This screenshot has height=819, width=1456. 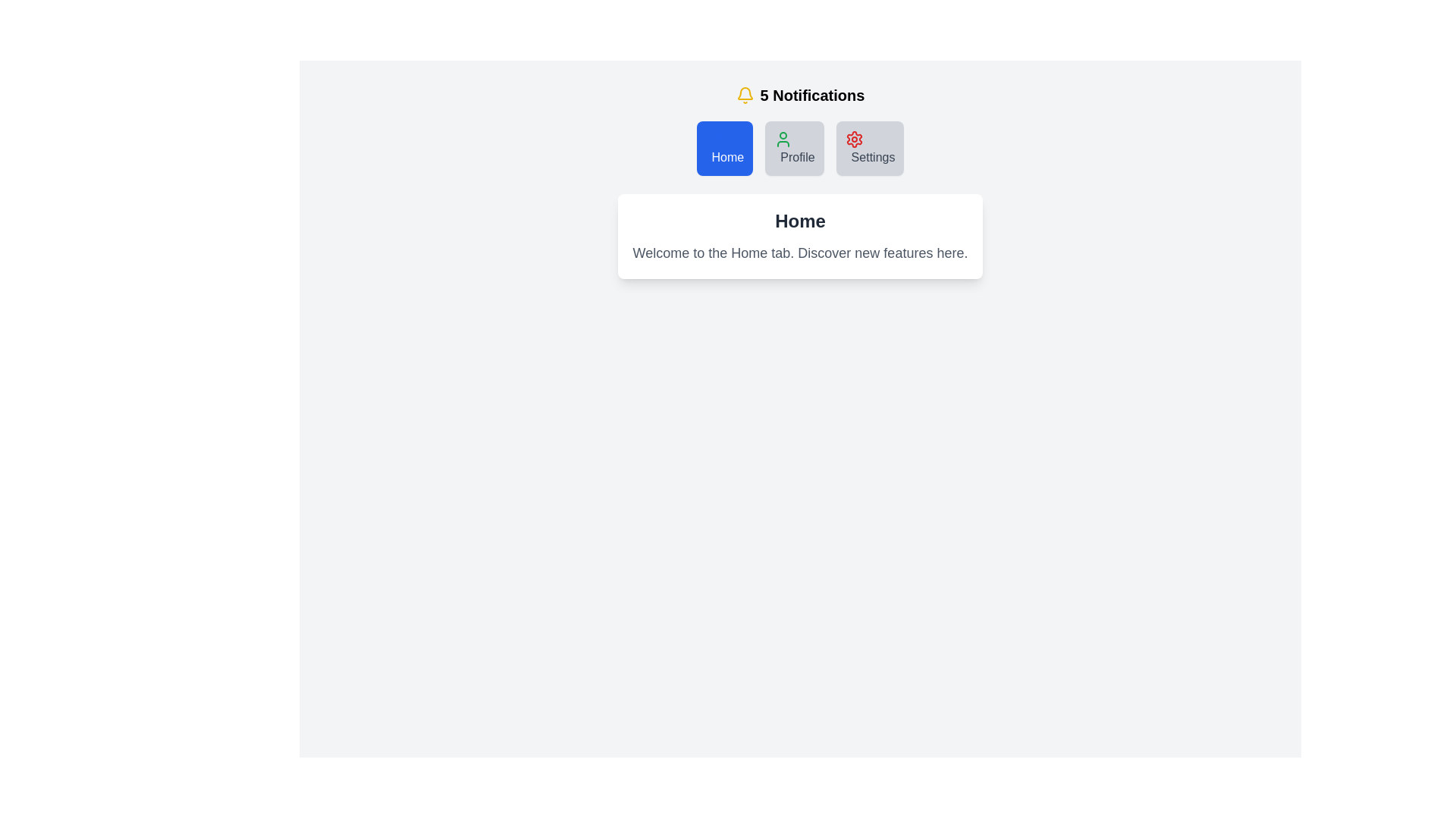 I want to click on the Settings tab by clicking its button, so click(x=870, y=149).